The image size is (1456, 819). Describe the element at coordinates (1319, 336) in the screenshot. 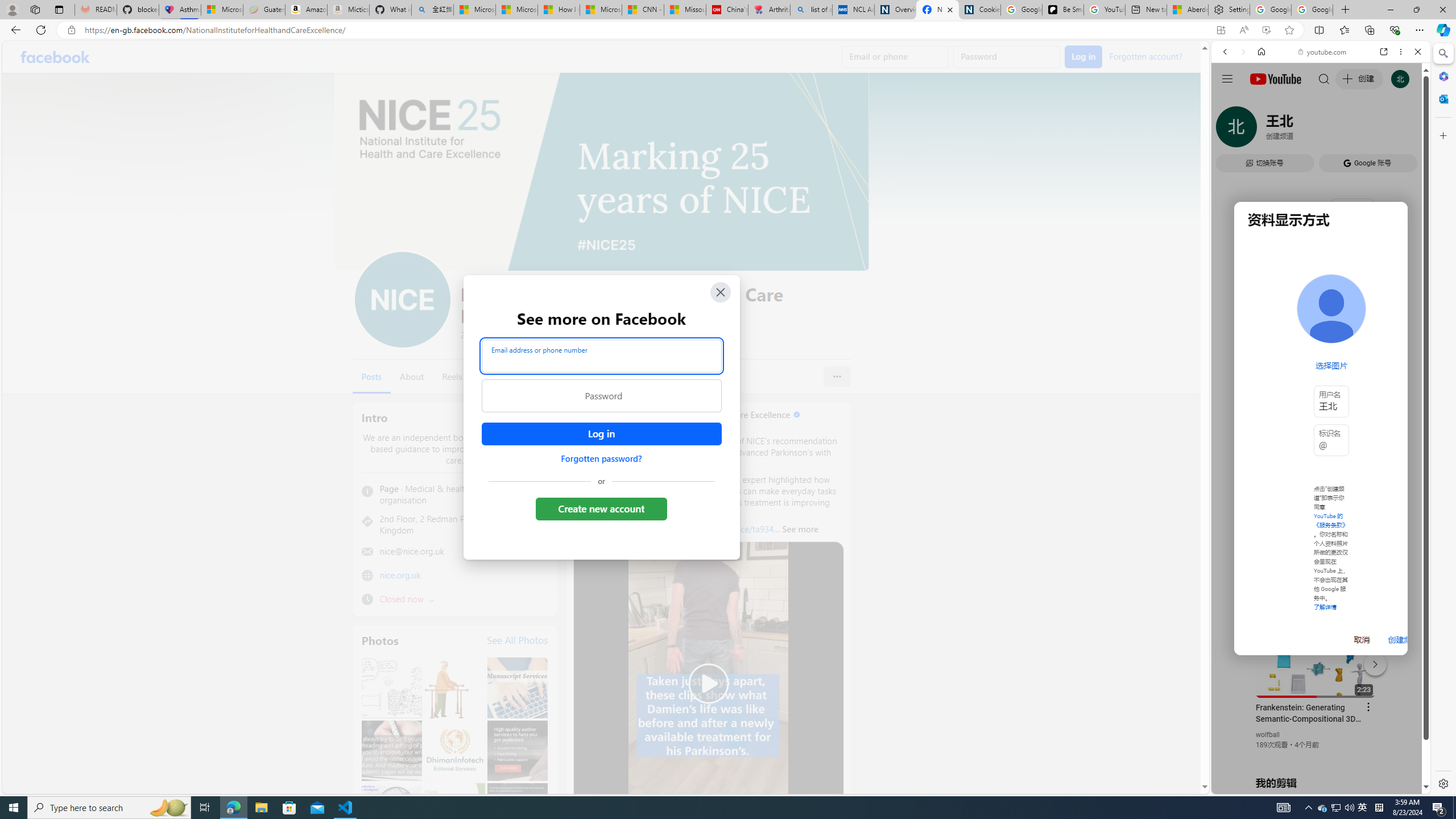

I see `'Trailer #2 [HD]'` at that location.